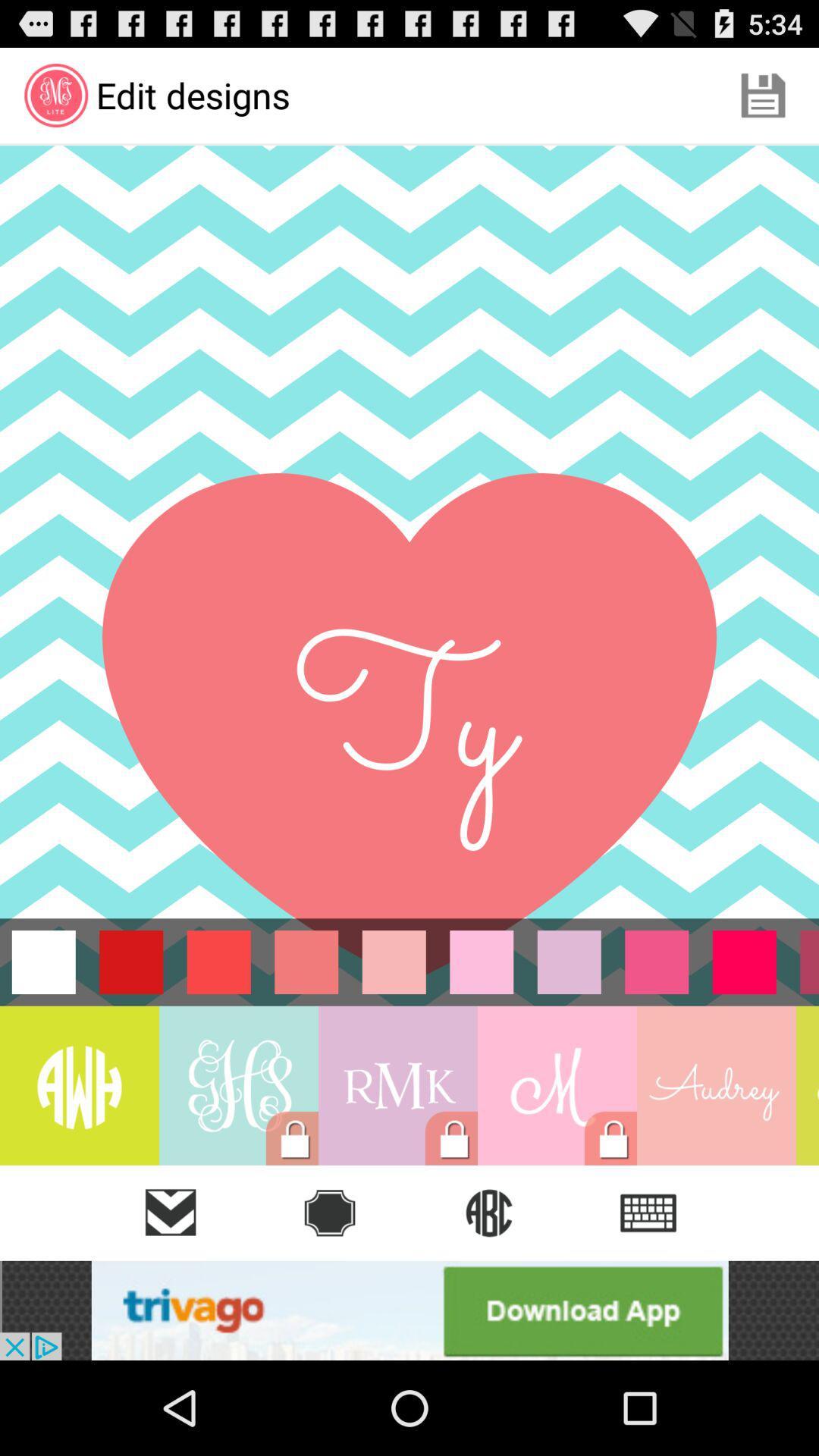 This screenshot has height=1456, width=819. I want to click on rmk, so click(397, 1084).